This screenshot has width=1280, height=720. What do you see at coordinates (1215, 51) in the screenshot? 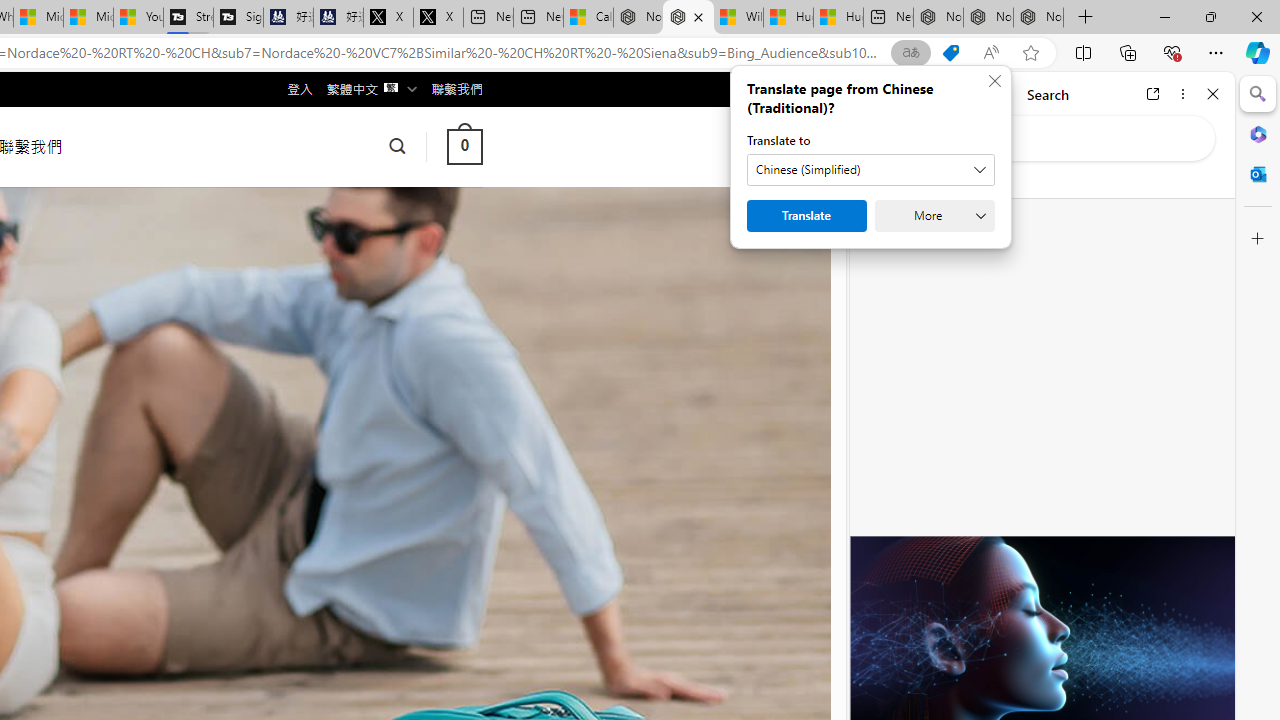
I see `'Settings and more (Alt+F)'` at bounding box center [1215, 51].